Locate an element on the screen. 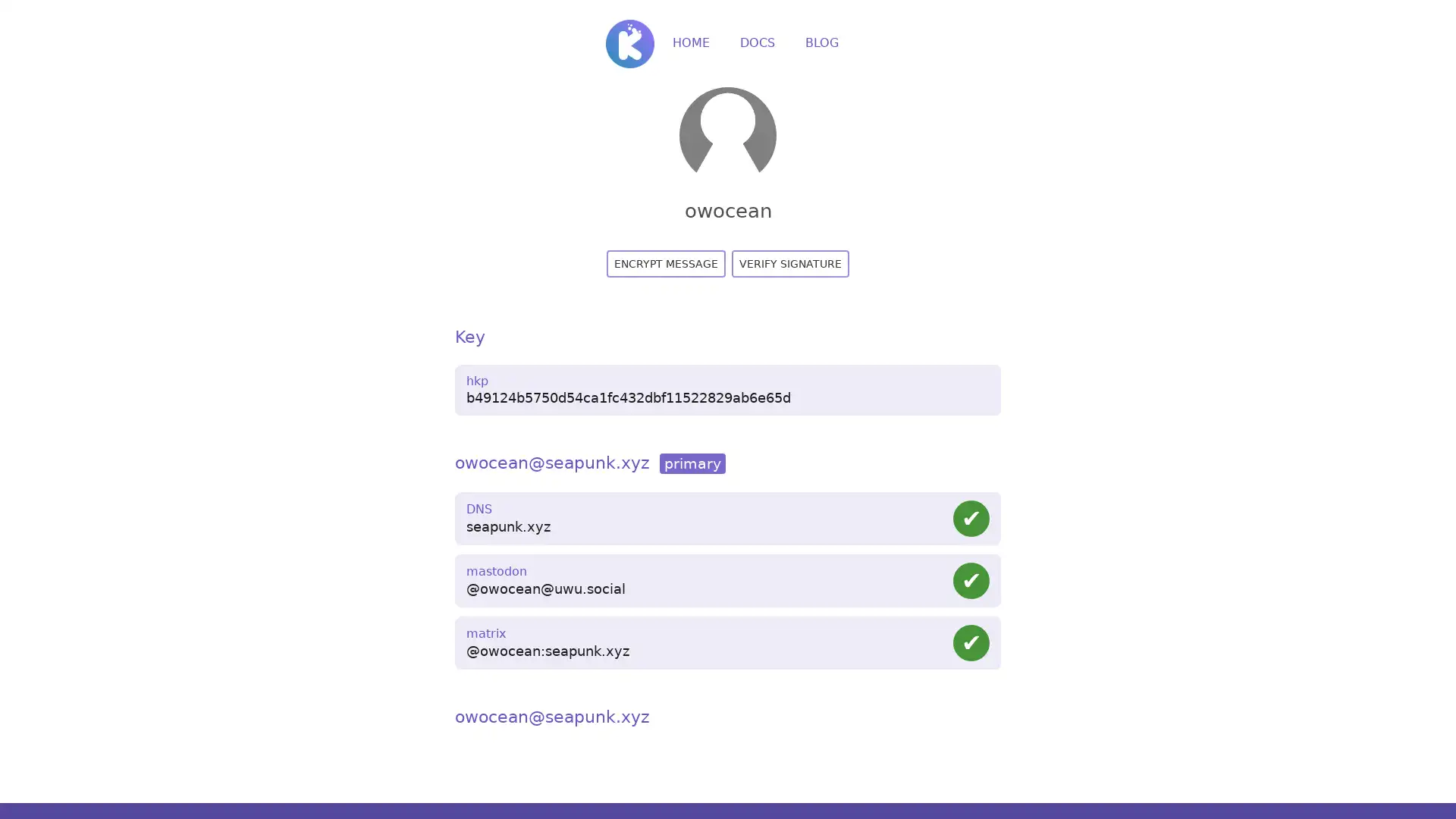 This screenshot has width=1456, height=819. VERIFY SIGNATURE is located at coordinates (789, 262).